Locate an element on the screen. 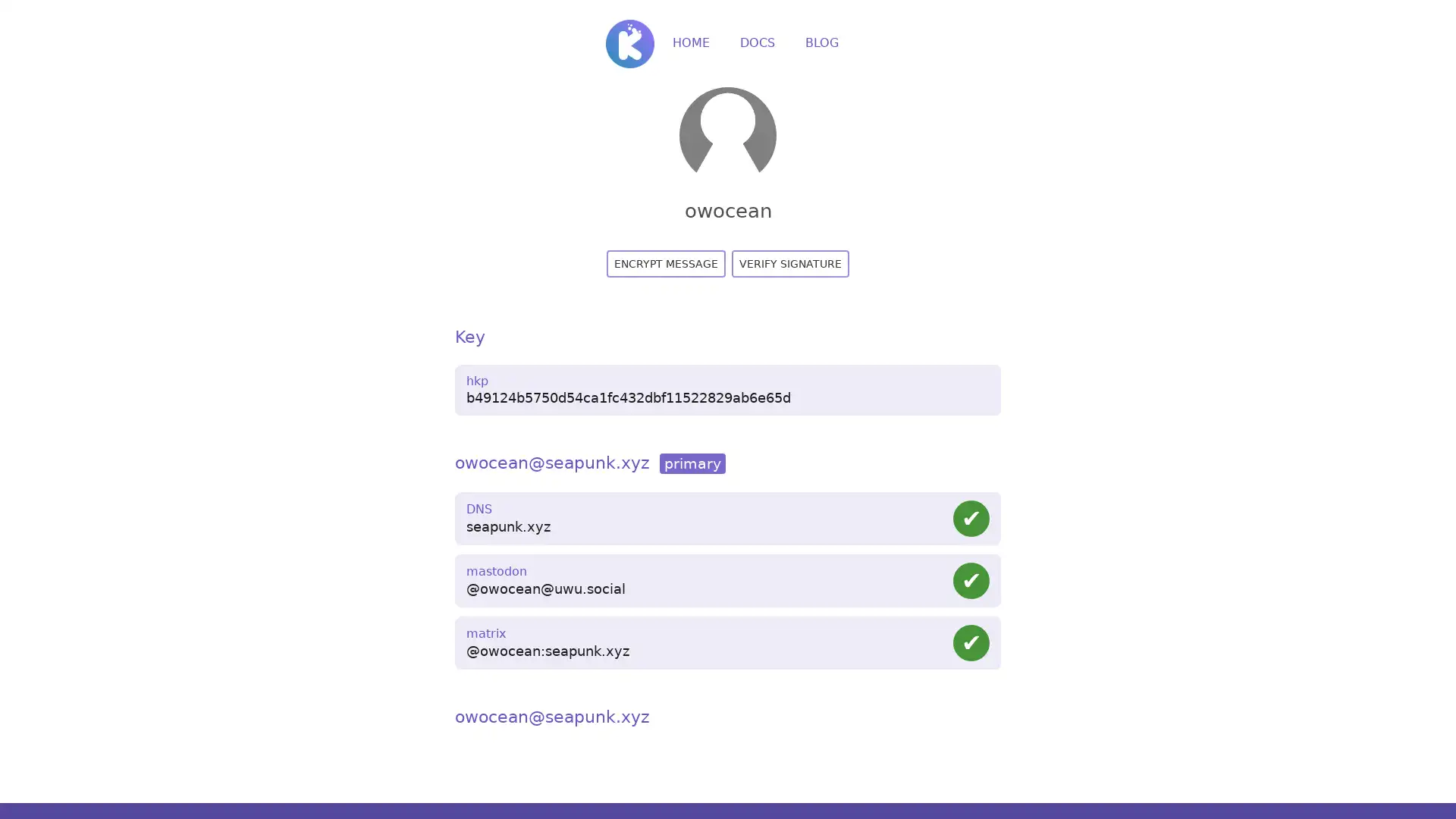 This screenshot has width=1456, height=819. VERIFY SIGNATURE is located at coordinates (789, 262).